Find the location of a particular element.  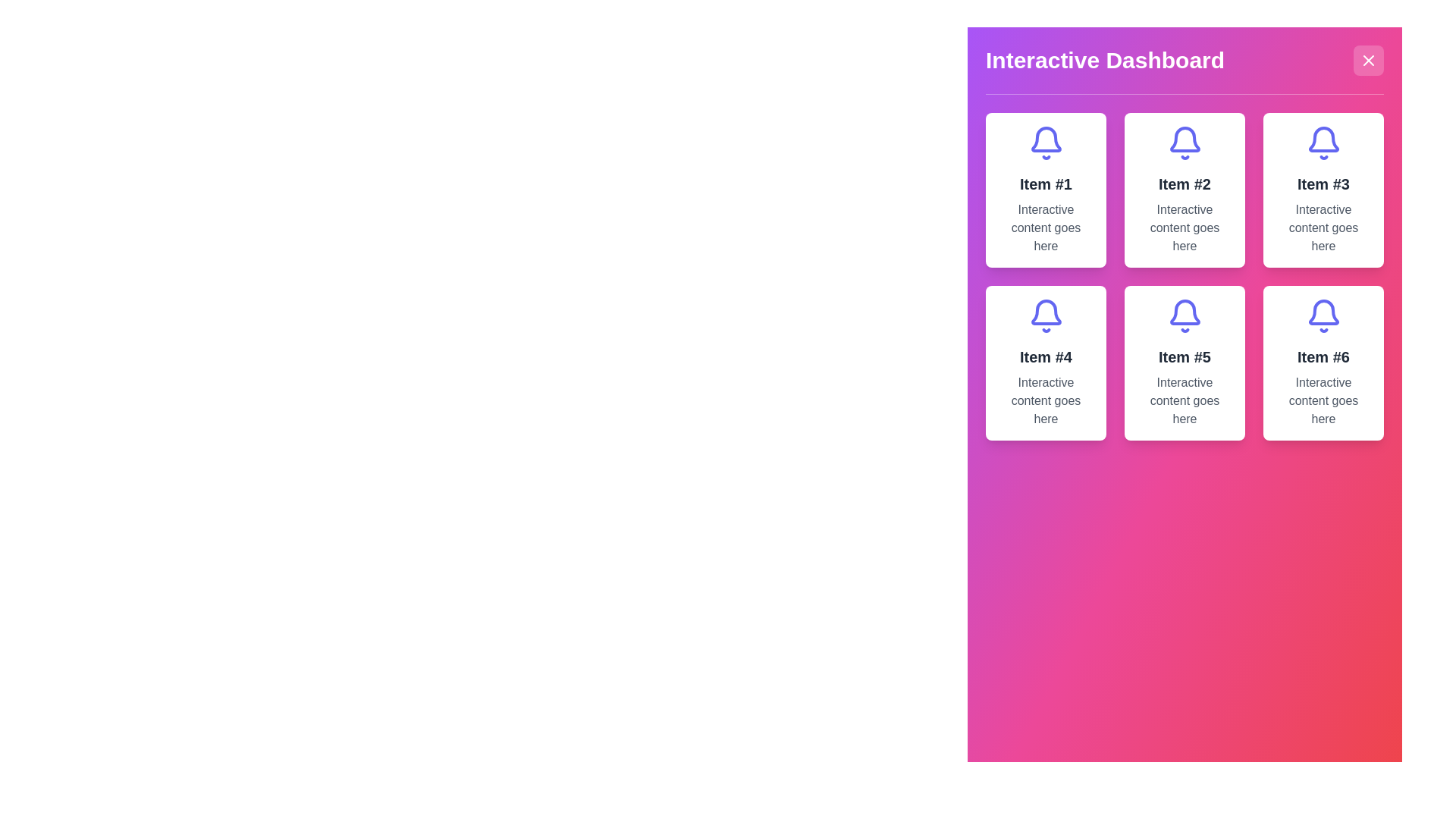

the card is located at coordinates (1323, 184).